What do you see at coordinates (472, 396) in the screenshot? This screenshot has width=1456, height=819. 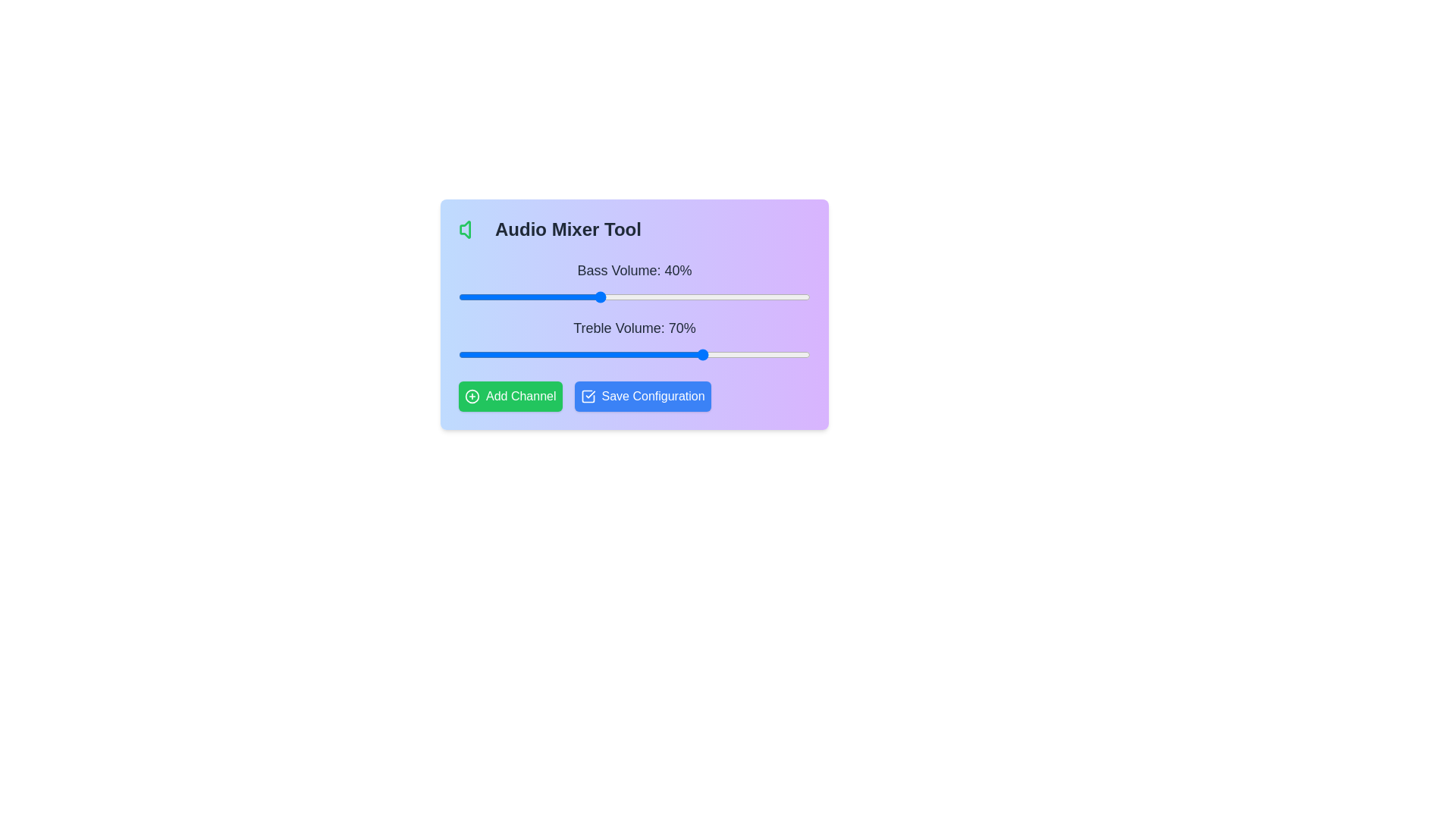 I see `the decorative circular SVG element within the 'Add Channel' button located in the lower-left area of the Audio Mixer Tool interface` at bounding box center [472, 396].